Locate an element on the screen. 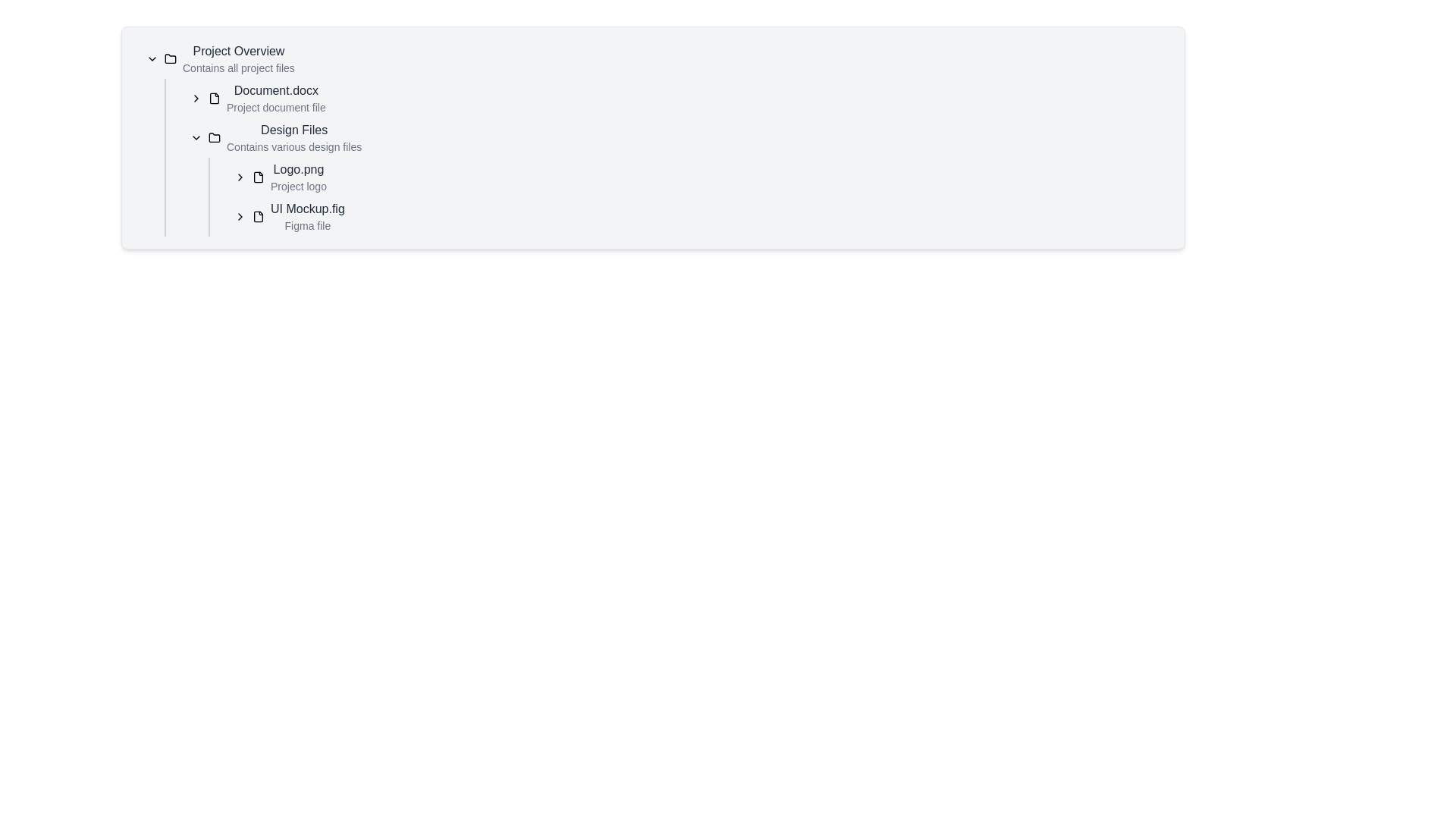 The height and width of the screenshot is (819, 1456). the right-pointing arrow icon that is positioned to the left of the text 'Logo.png' is located at coordinates (239, 177).